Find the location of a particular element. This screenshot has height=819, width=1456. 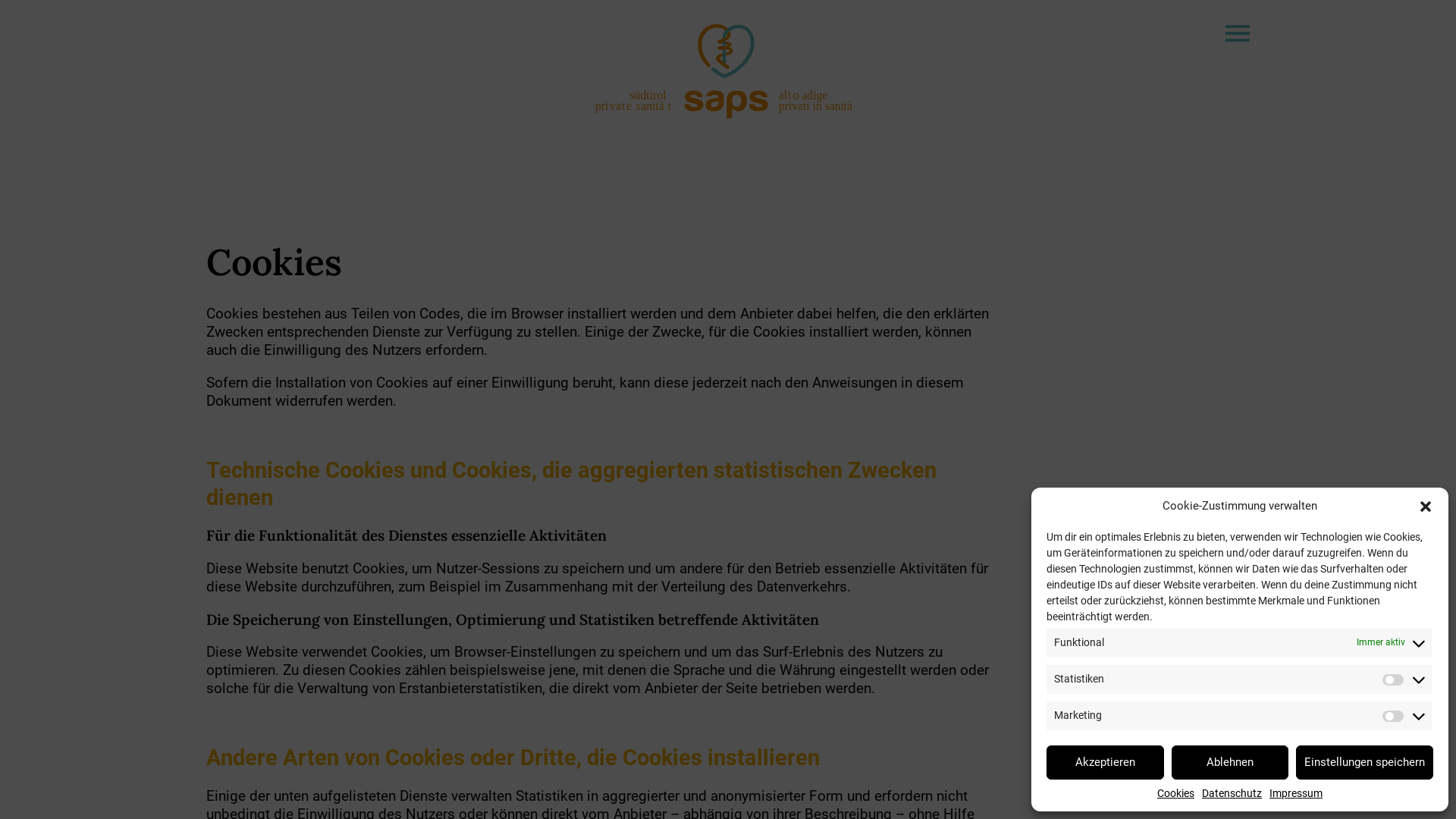

'Datenschutz' is located at coordinates (1232, 792).